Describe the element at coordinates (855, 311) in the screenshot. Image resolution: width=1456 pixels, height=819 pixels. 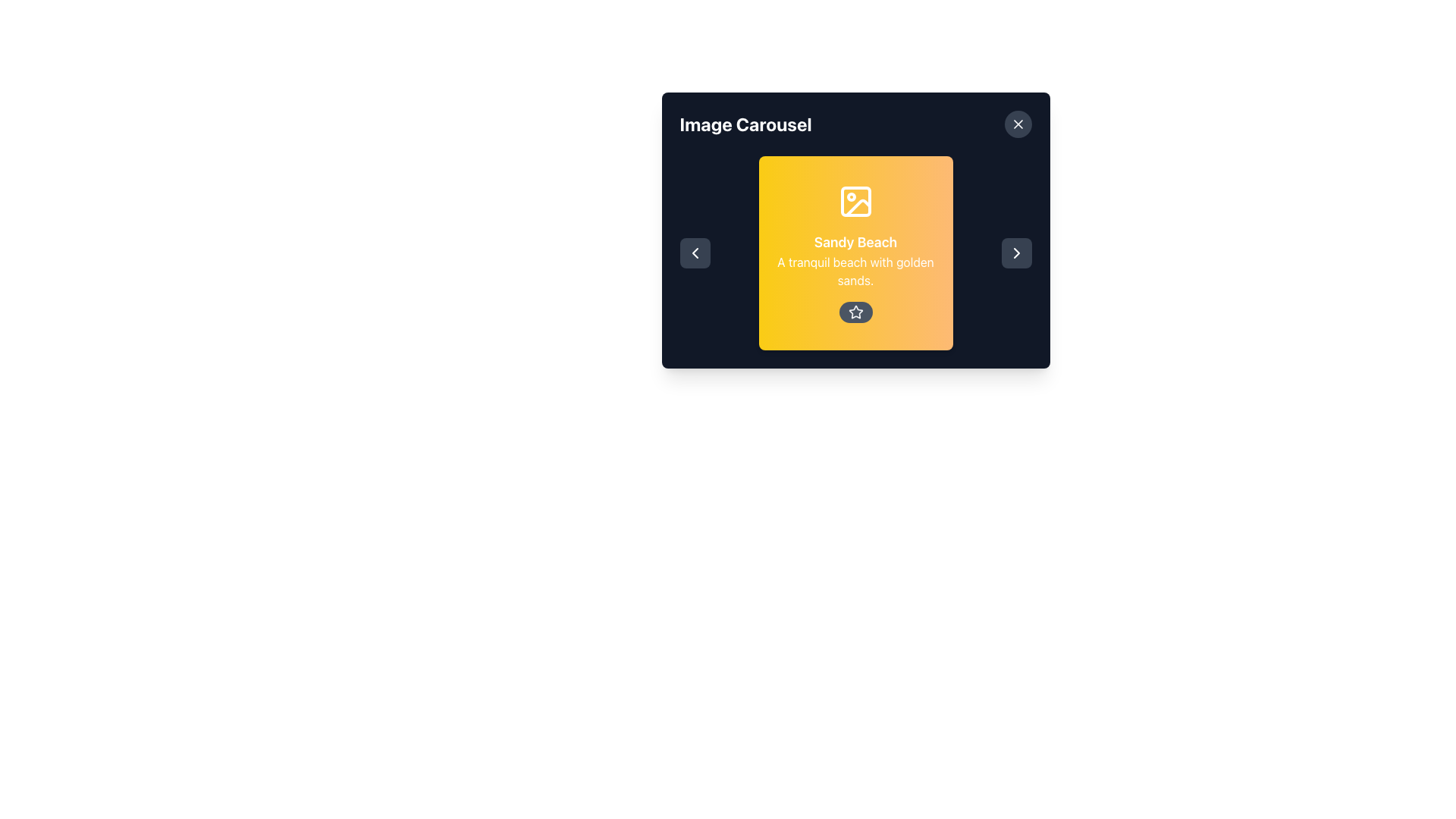
I see `the star icon located in the lower section of the yellow content card, below the text 'Sandy Beach', to mark the content as a favorite or rate it` at that location.